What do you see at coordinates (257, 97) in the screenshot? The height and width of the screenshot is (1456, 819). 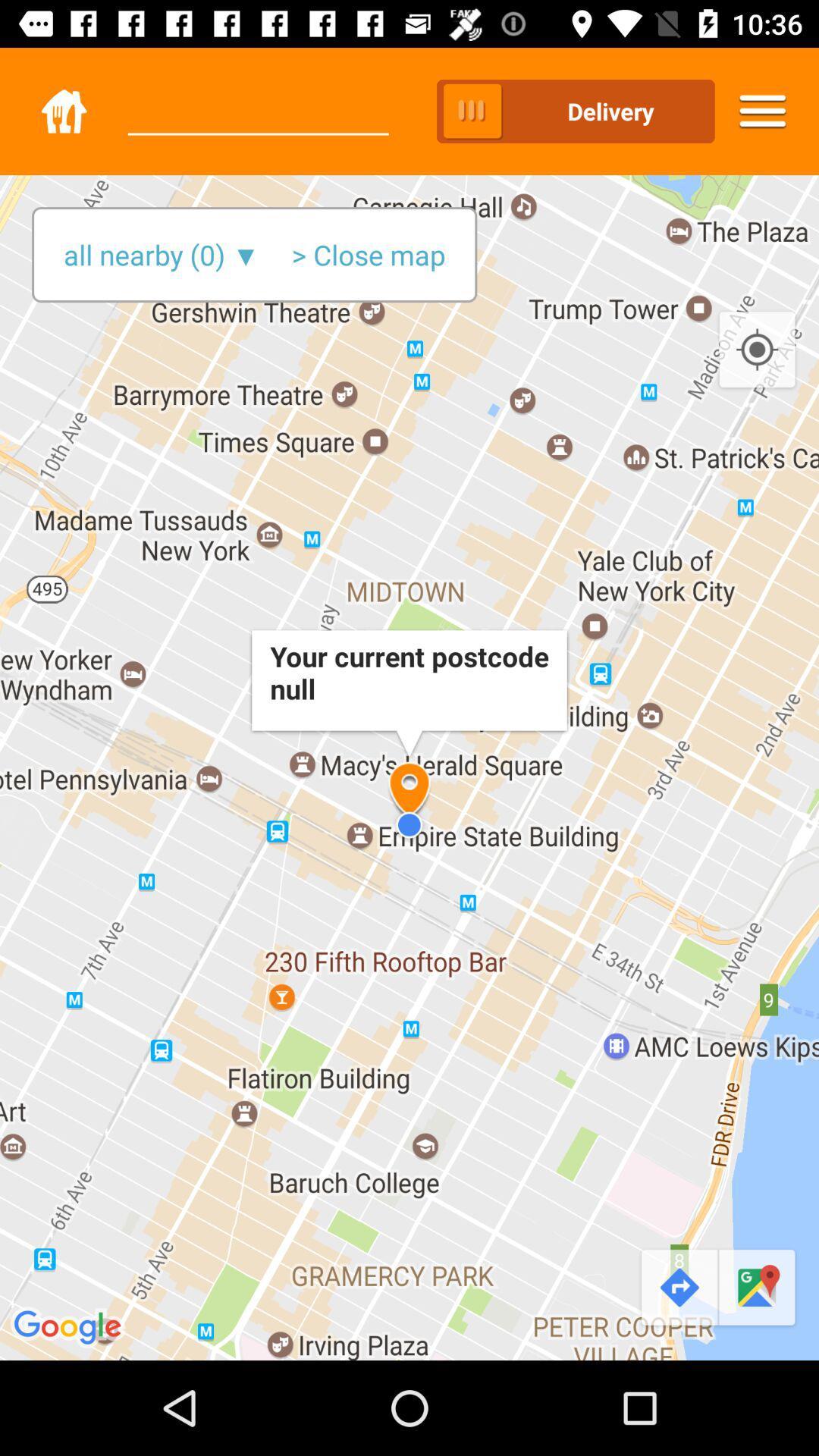 I see `item next to pickup item` at bounding box center [257, 97].